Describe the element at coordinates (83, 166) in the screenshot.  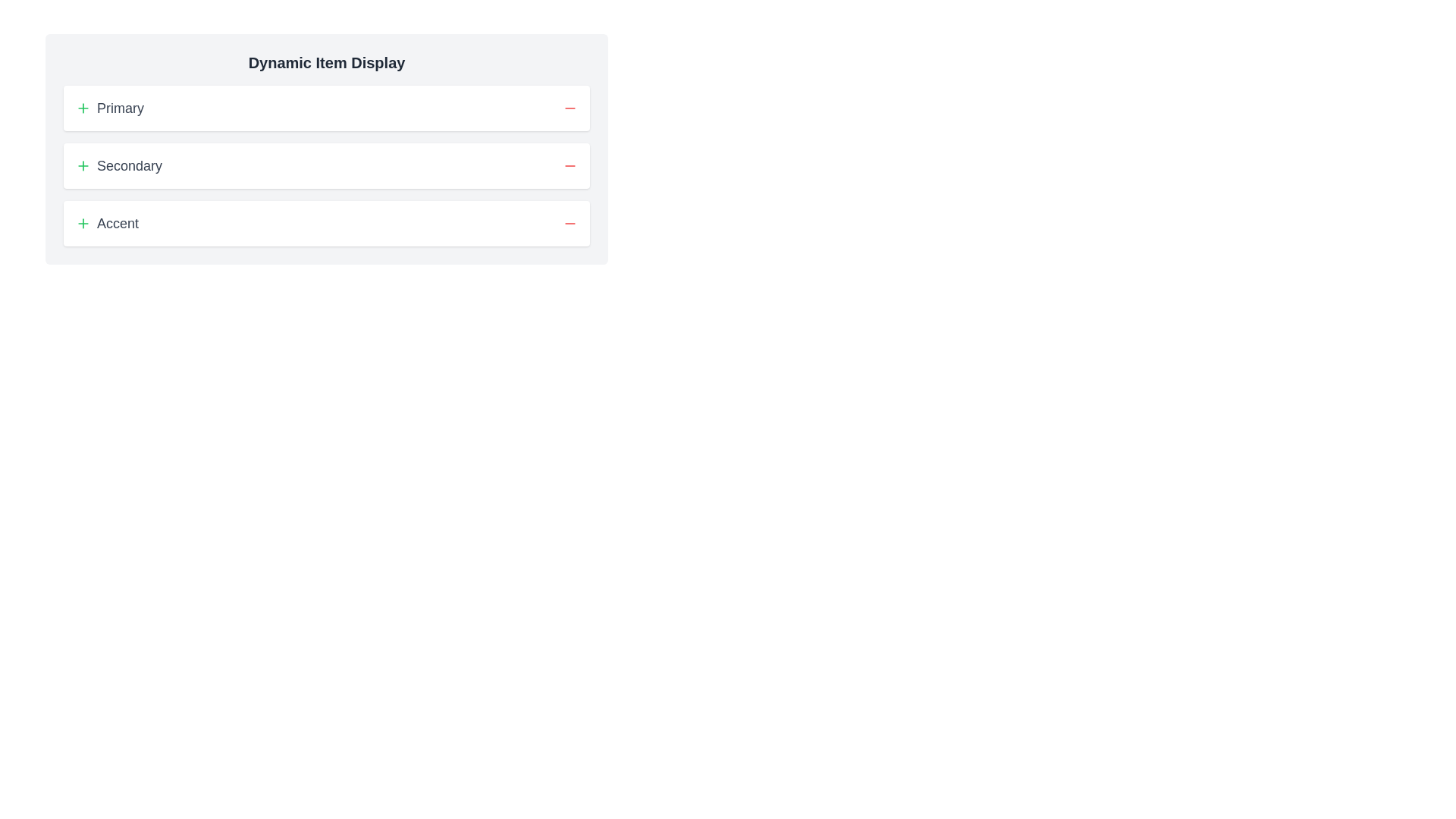
I see `the green plus icon, which is a minimalistic SVG graphic located to the left of the 'Secondary' text` at that location.